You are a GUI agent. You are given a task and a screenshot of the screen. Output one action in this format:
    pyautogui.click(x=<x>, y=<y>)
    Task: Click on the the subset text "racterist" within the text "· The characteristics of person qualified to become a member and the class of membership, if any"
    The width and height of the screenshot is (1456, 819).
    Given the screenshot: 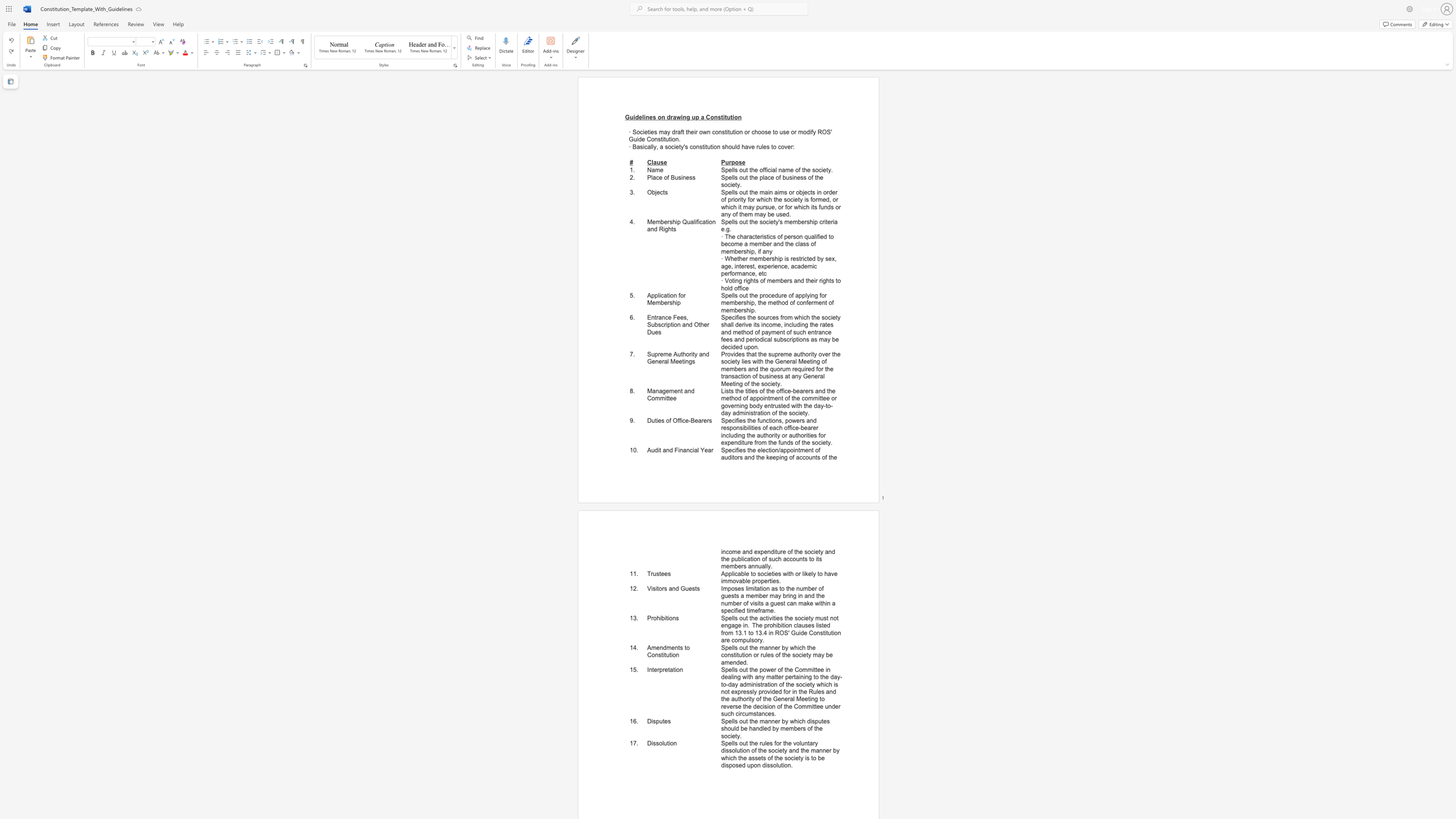 What is the action you would take?
    pyautogui.click(x=746, y=236)
    